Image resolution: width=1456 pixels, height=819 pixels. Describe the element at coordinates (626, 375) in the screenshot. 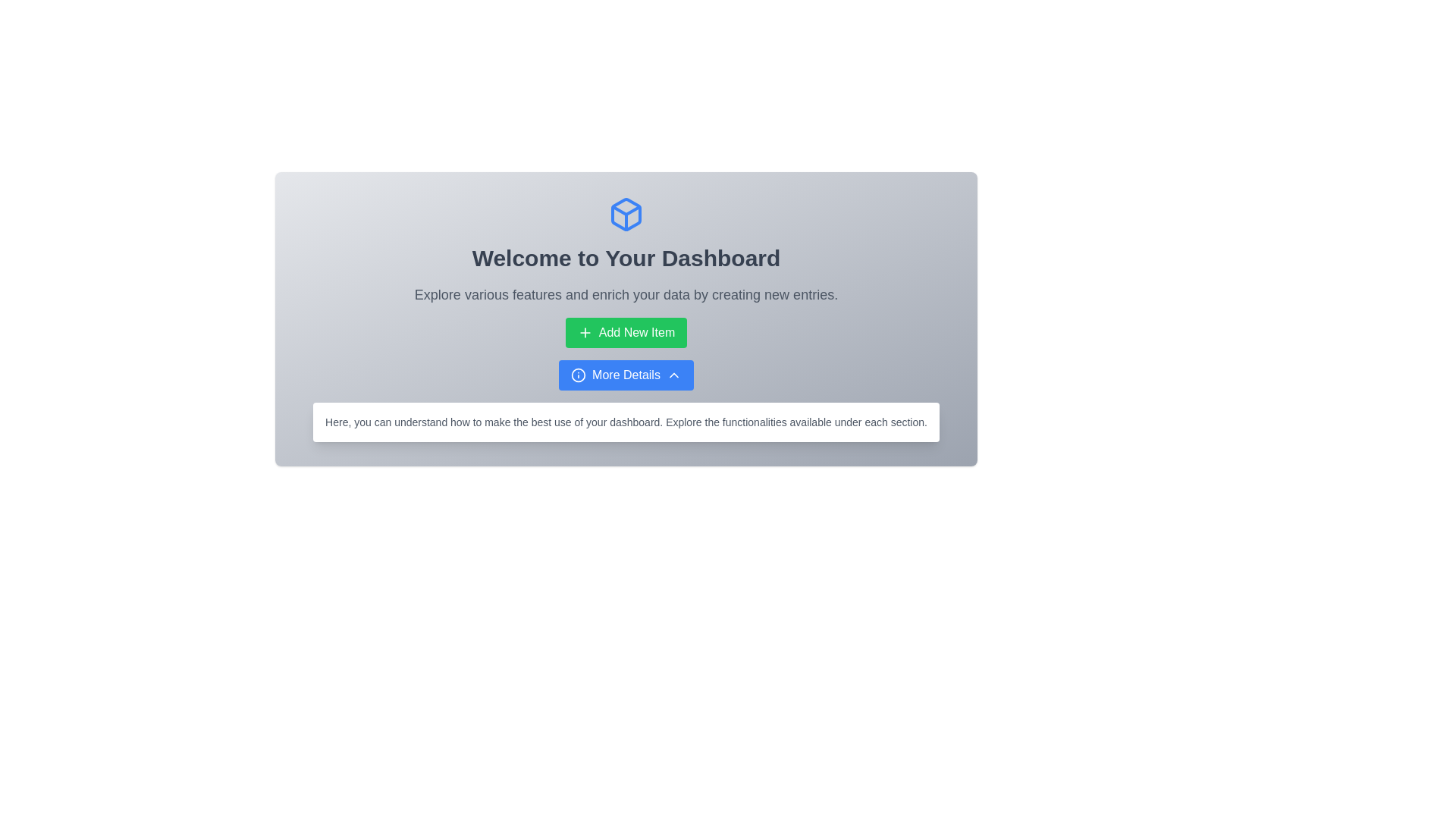

I see `the button located directly below the green 'Add New Item' button in the dashboard to observe a visual effect` at that location.